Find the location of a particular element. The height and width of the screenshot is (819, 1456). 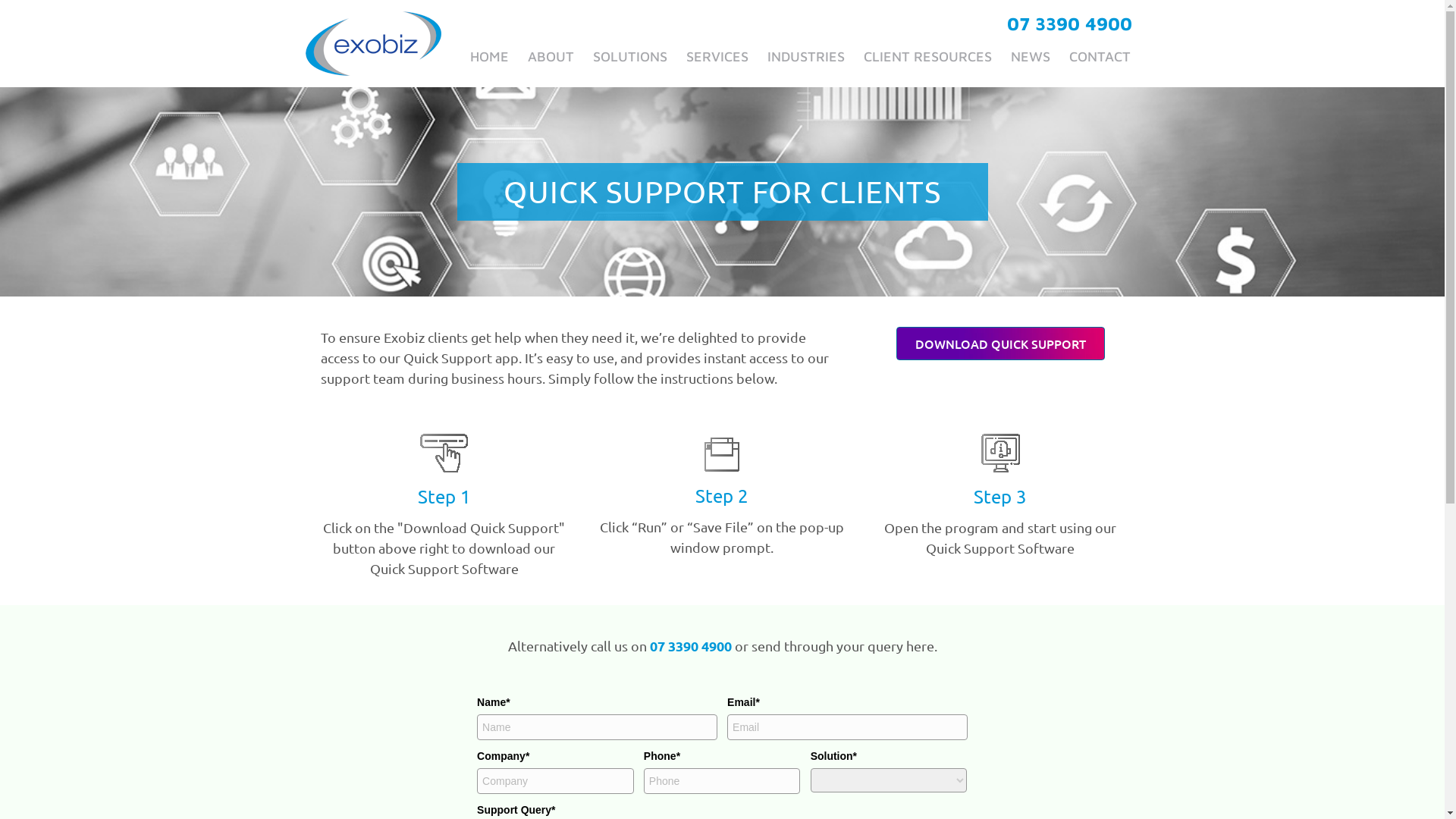

'INDUSTRIES' is located at coordinates (805, 55).